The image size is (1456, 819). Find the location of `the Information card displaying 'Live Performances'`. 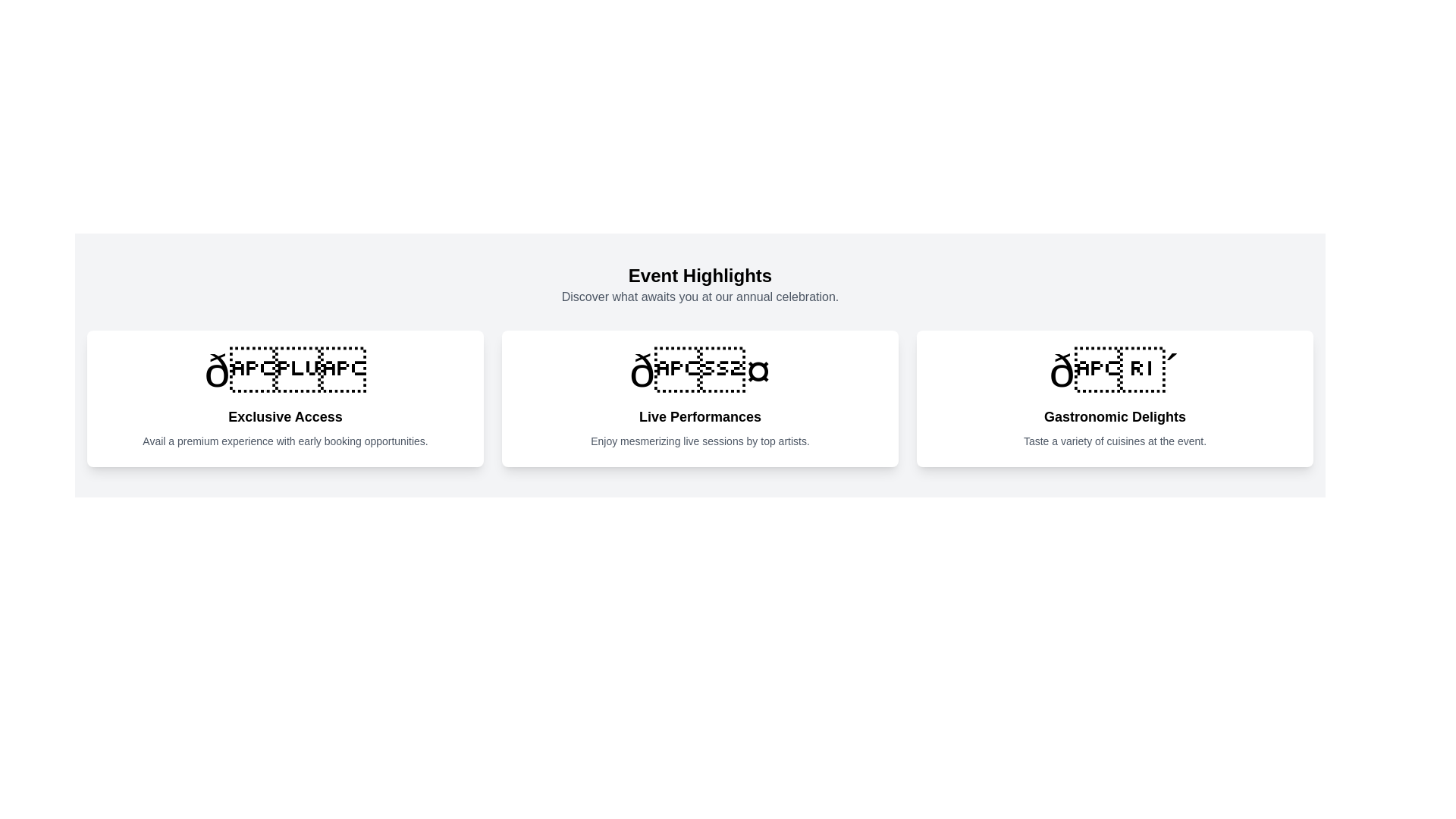

the Information card displaying 'Live Performances' is located at coordinates (699, 397).